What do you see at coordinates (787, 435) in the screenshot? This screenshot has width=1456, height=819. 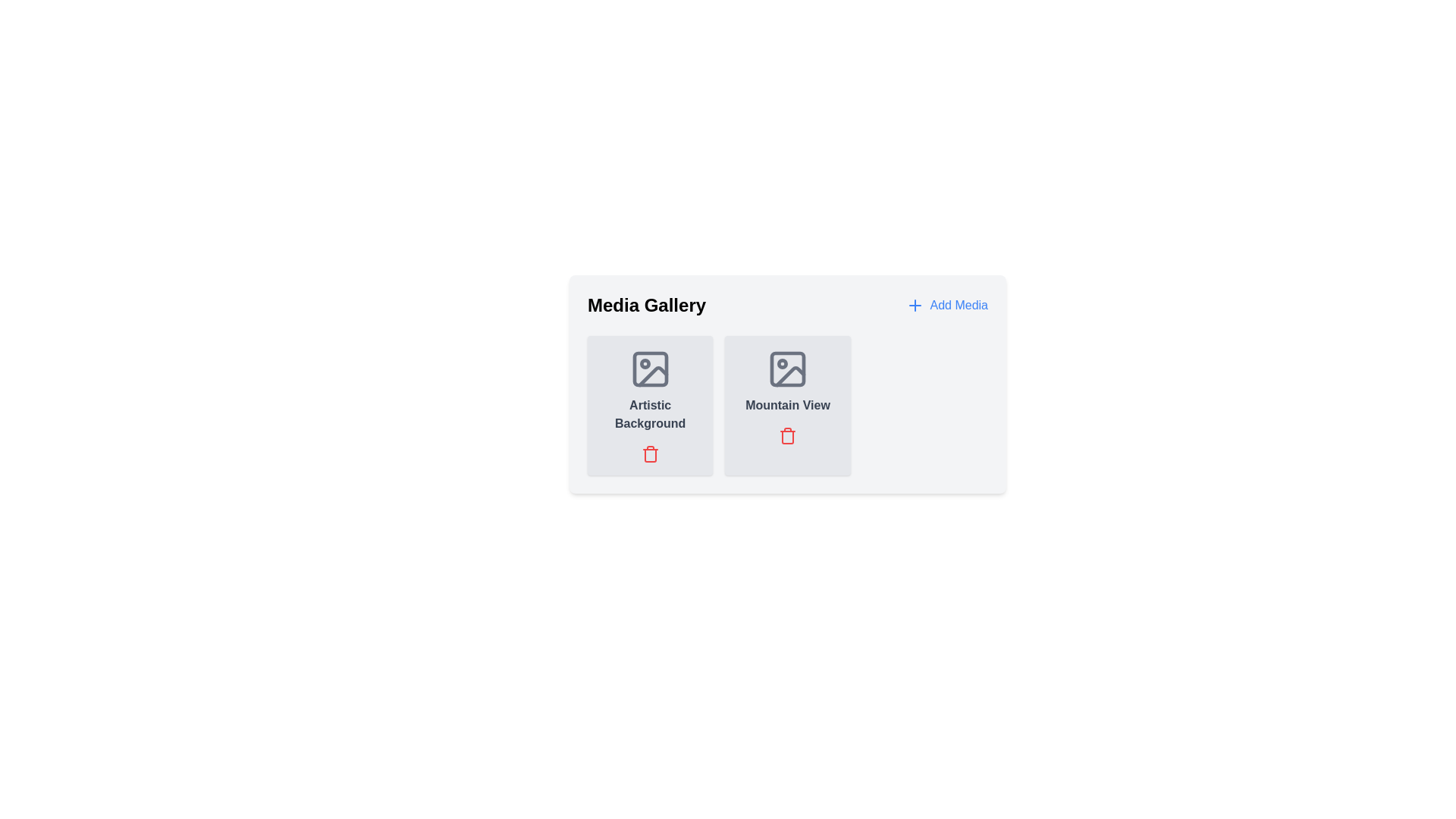 I see `the delete button for the 'Mountain View' media item located at the bottom center of its card in the 'Media Gallery' section` at bounding box center [787, 435].